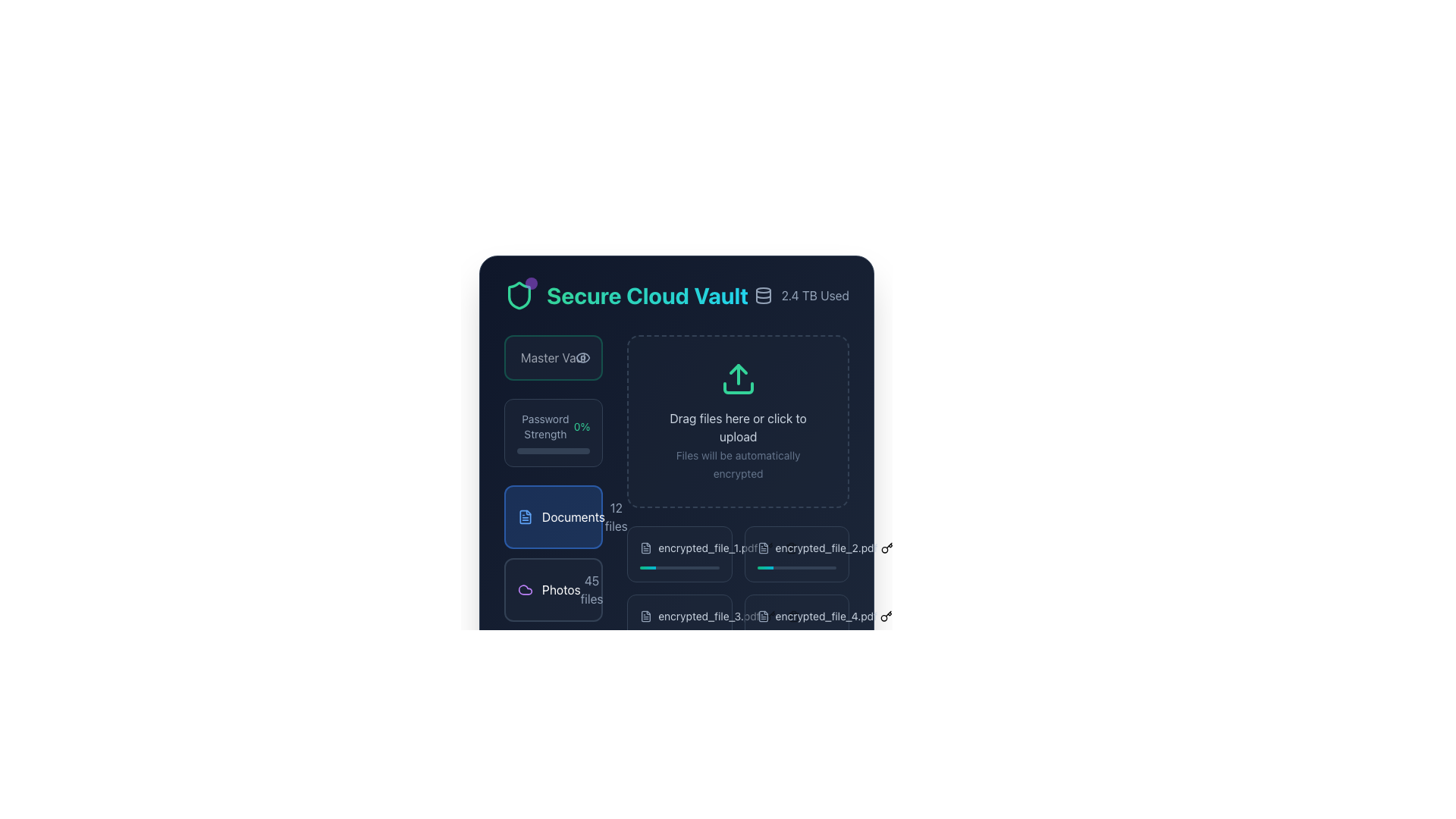 The height and width of the screenshot is (819, 1456). I want to click on to select the file entry representing 'encrypted_file_2.pdf' located in the Documents section of the user interface, so click(817, 548).